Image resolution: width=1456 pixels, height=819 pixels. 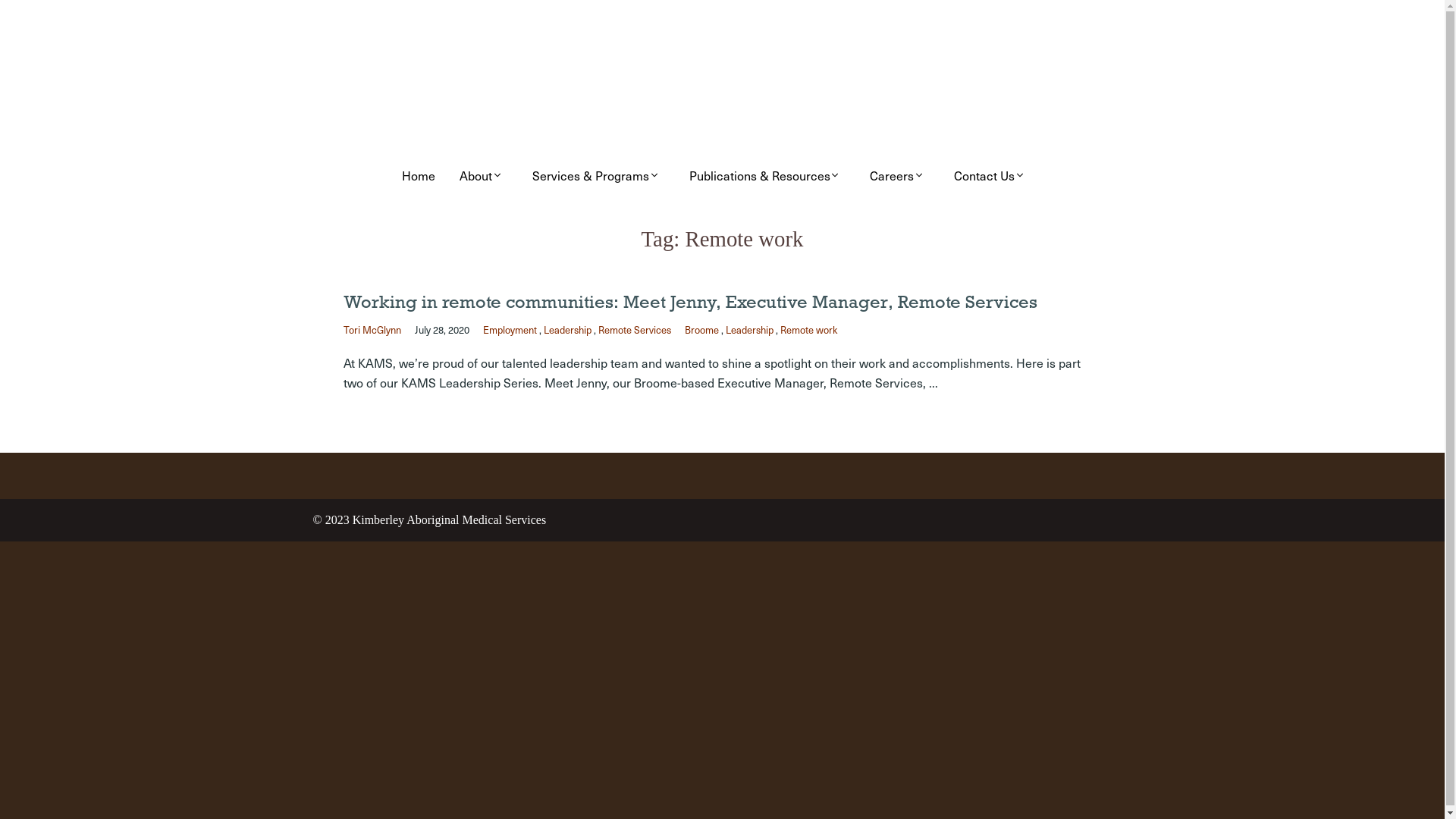 I want to click on 'Broome', so click(x=700, y=328).